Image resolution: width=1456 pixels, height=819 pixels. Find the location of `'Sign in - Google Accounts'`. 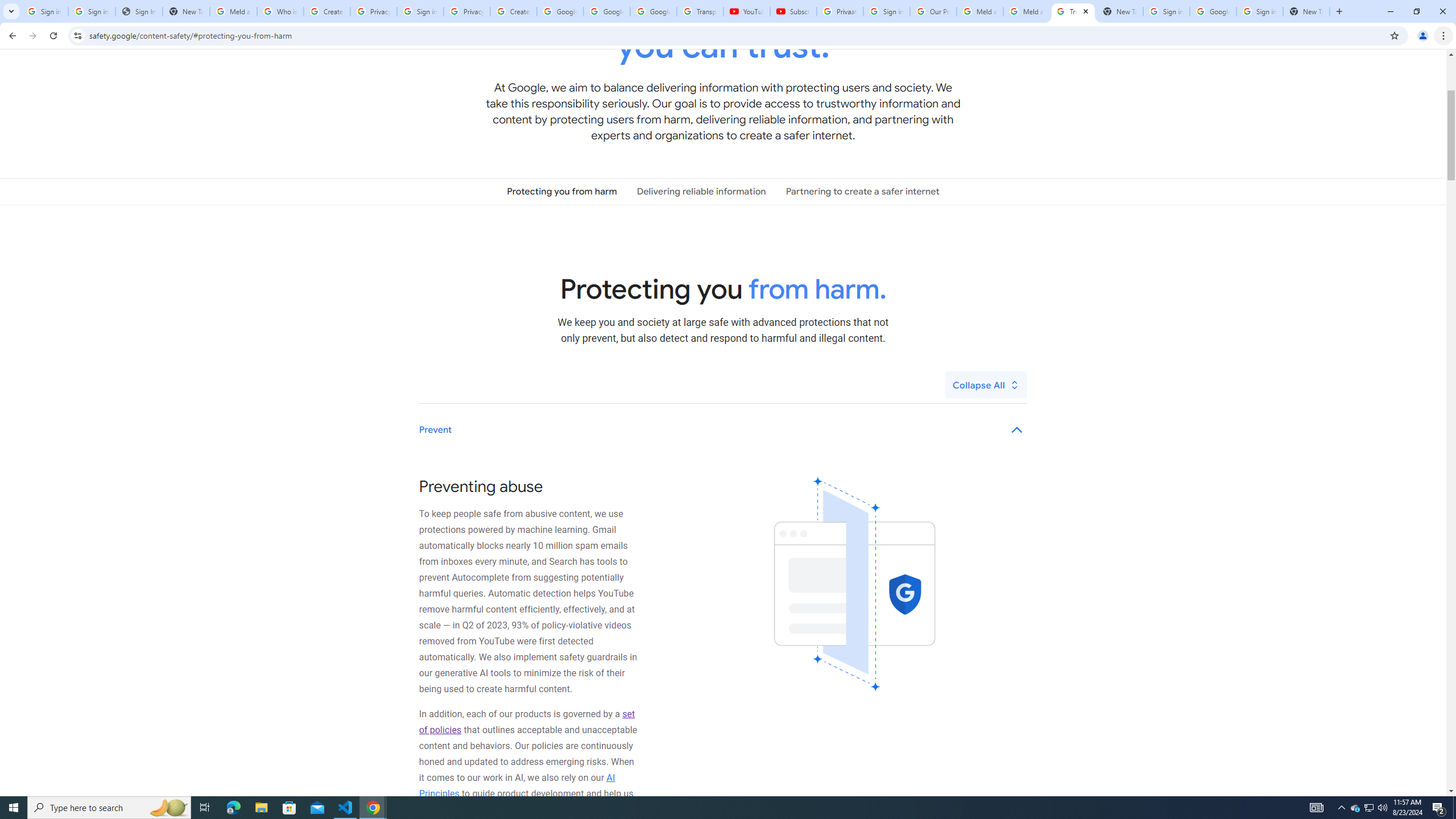

'Sign in - Google Accounts' is located at coordinates (91, 11).